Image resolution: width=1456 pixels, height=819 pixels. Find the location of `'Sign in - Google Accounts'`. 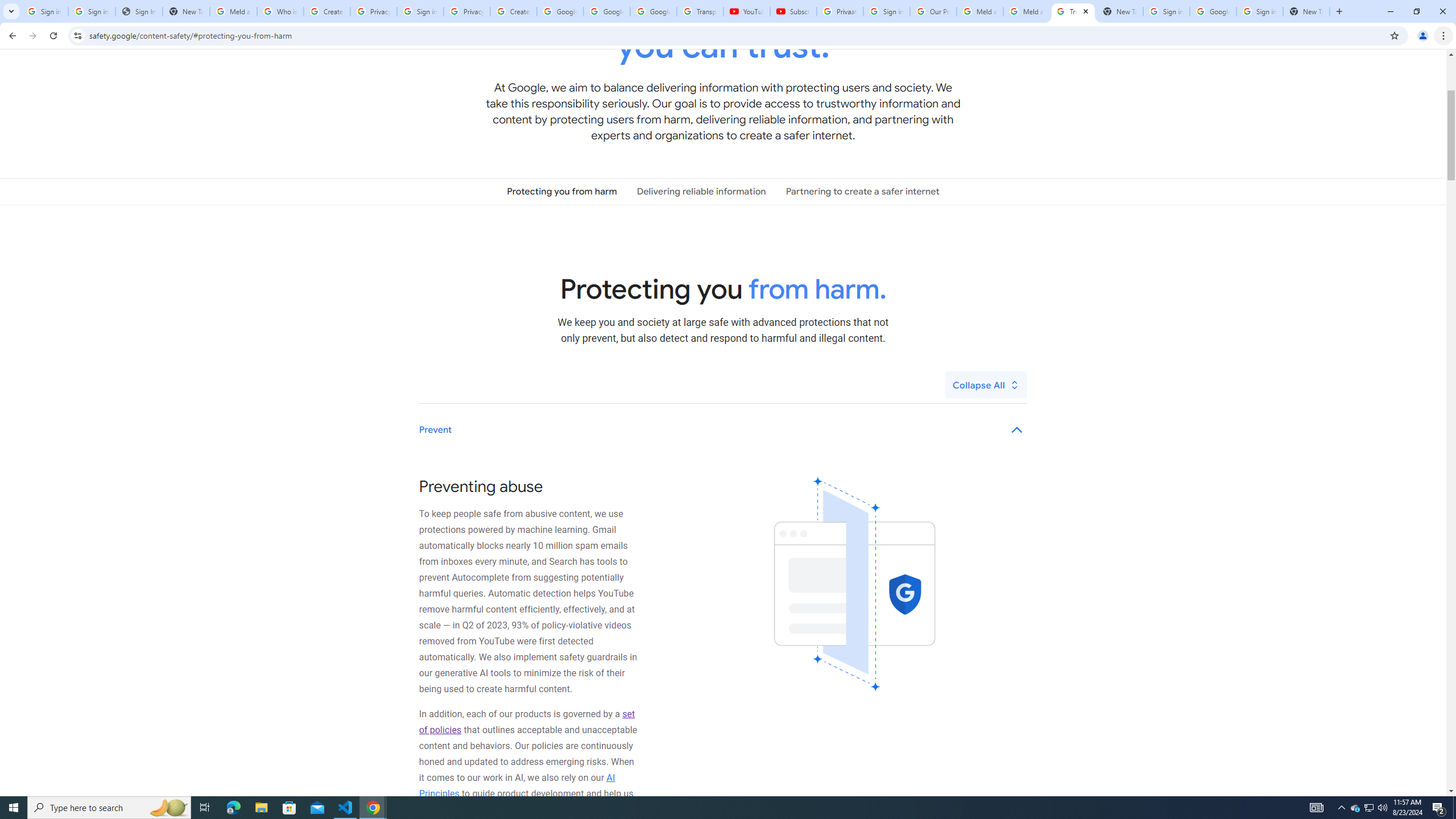

'Sign in - Google Accounts' is located at coordinates (91, 11).